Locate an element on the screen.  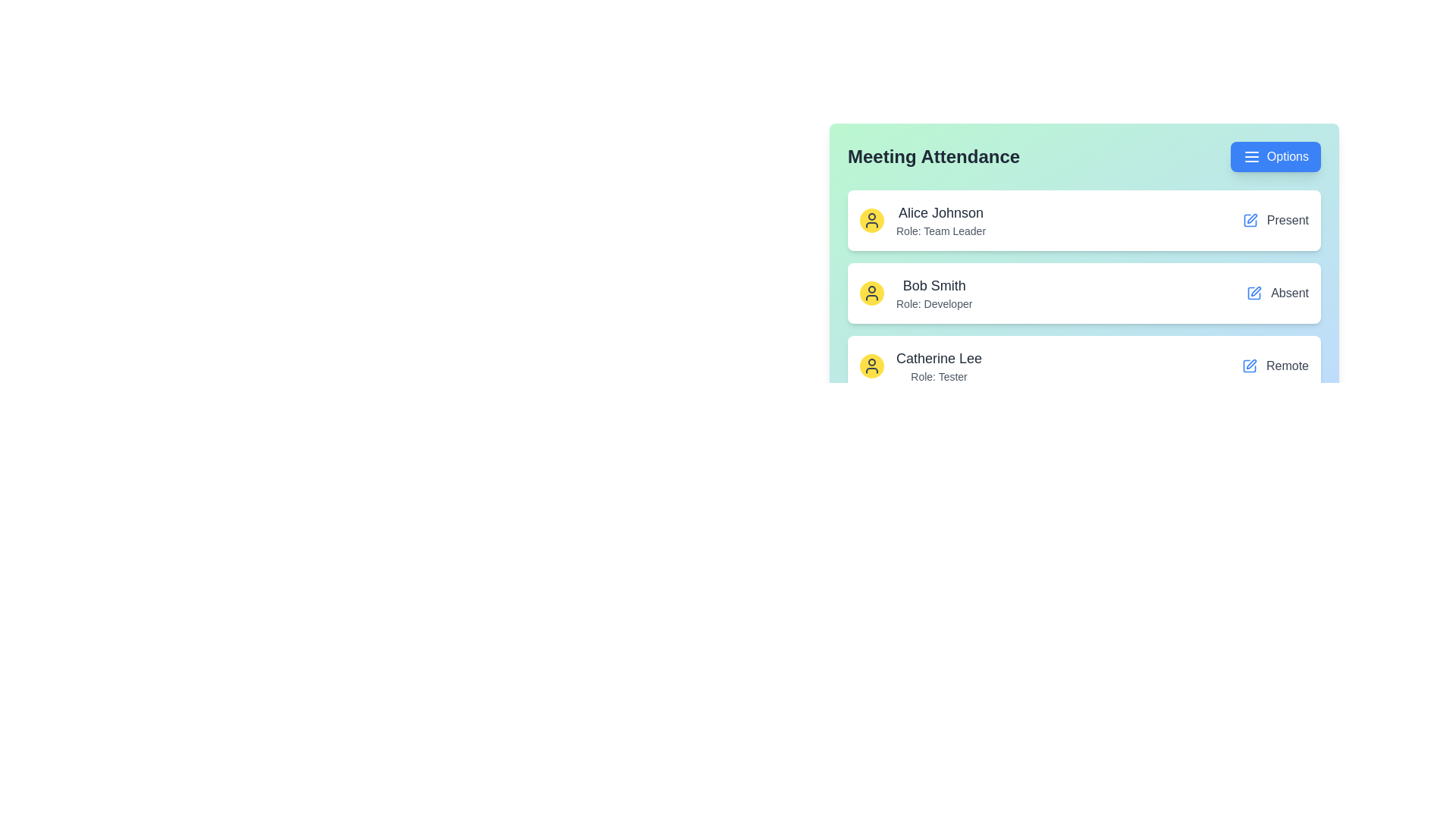
the text element displaying 'Catherine Lee' located in the 'Meeting Attendance' section is located at coordinates (938, 366).